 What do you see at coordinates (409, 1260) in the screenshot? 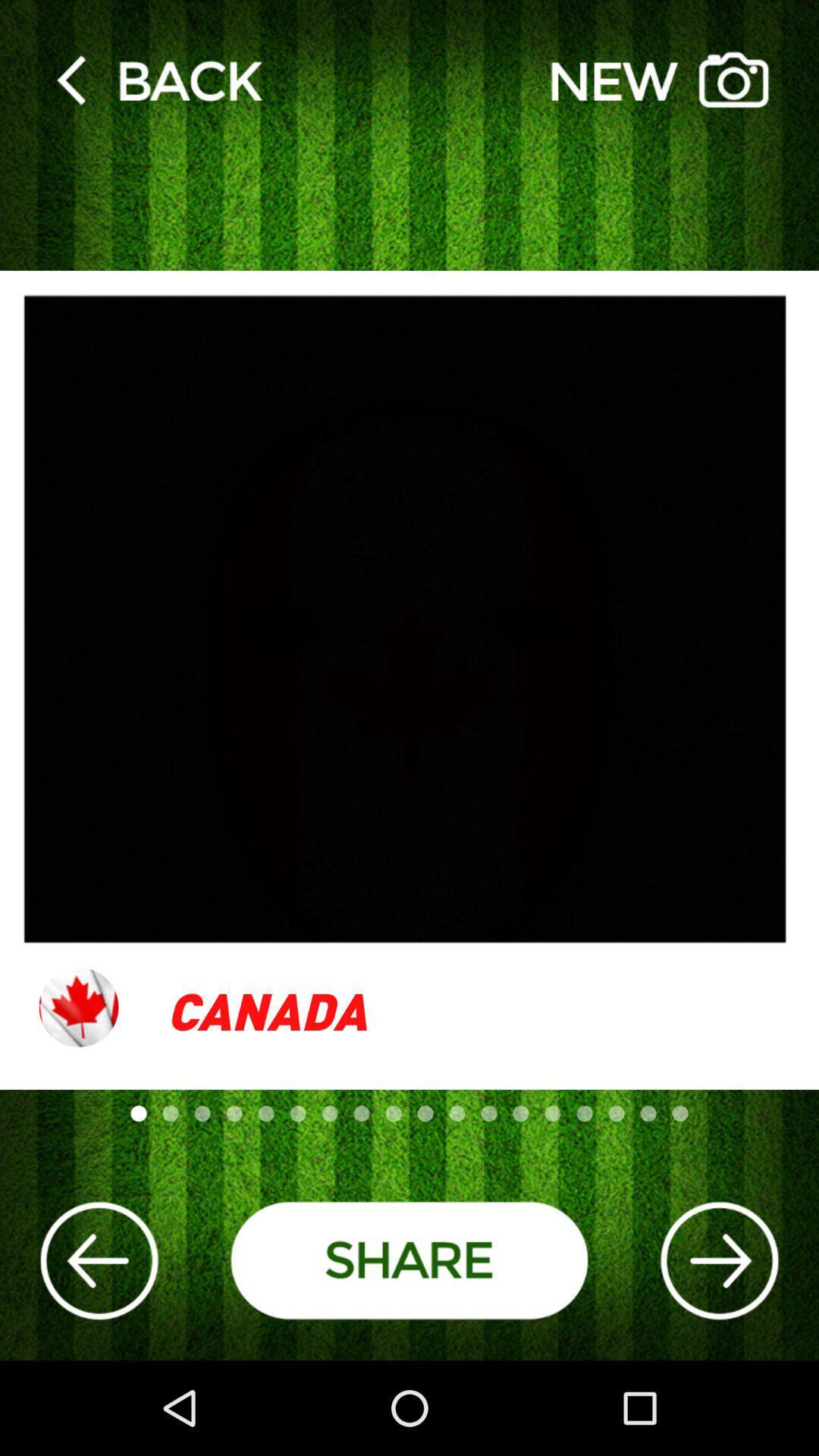
I see `share` at bounding box center [409, 1260].